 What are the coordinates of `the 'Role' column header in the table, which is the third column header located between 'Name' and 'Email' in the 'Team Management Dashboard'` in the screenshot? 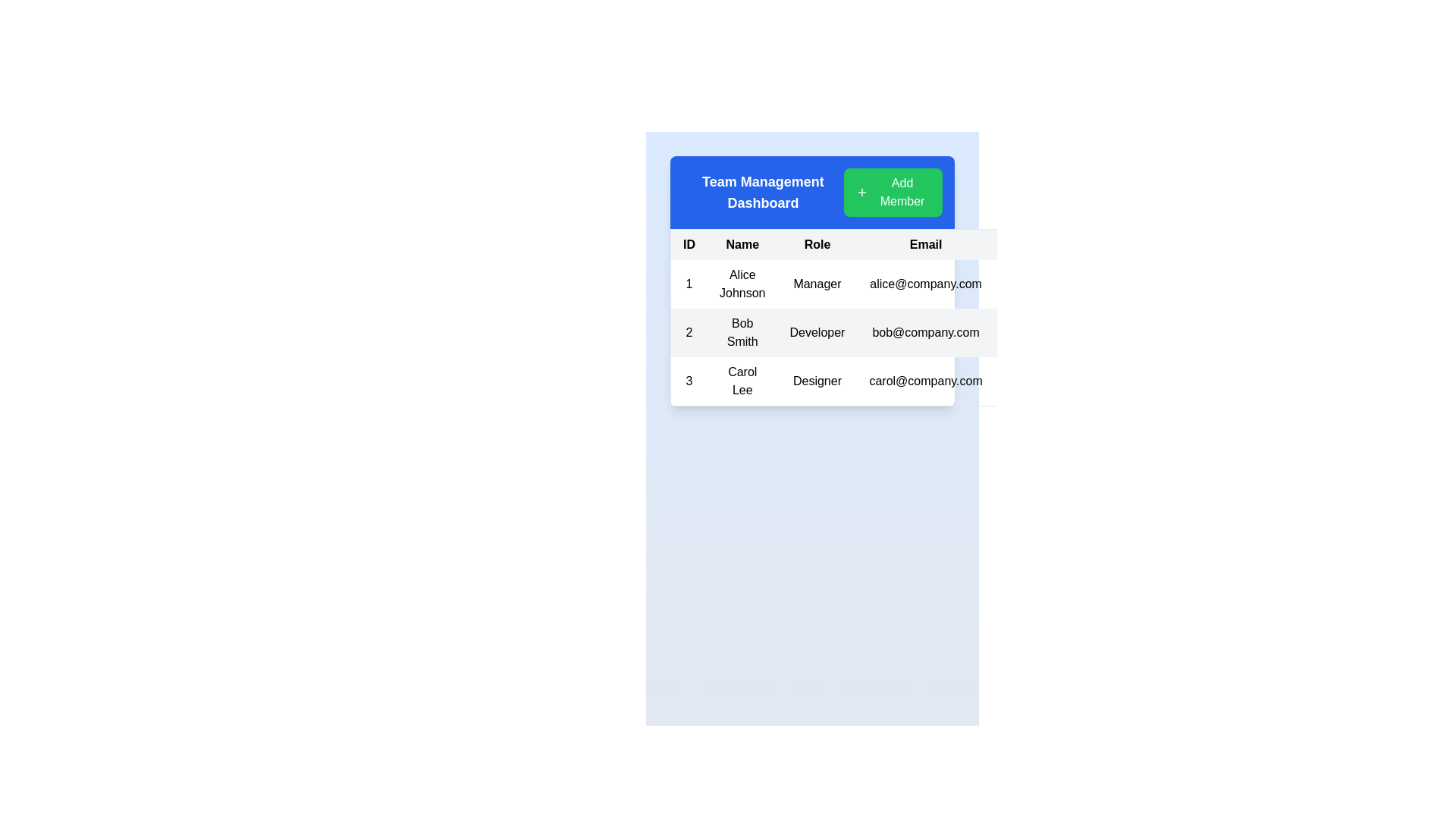 It's located at (816, 243).